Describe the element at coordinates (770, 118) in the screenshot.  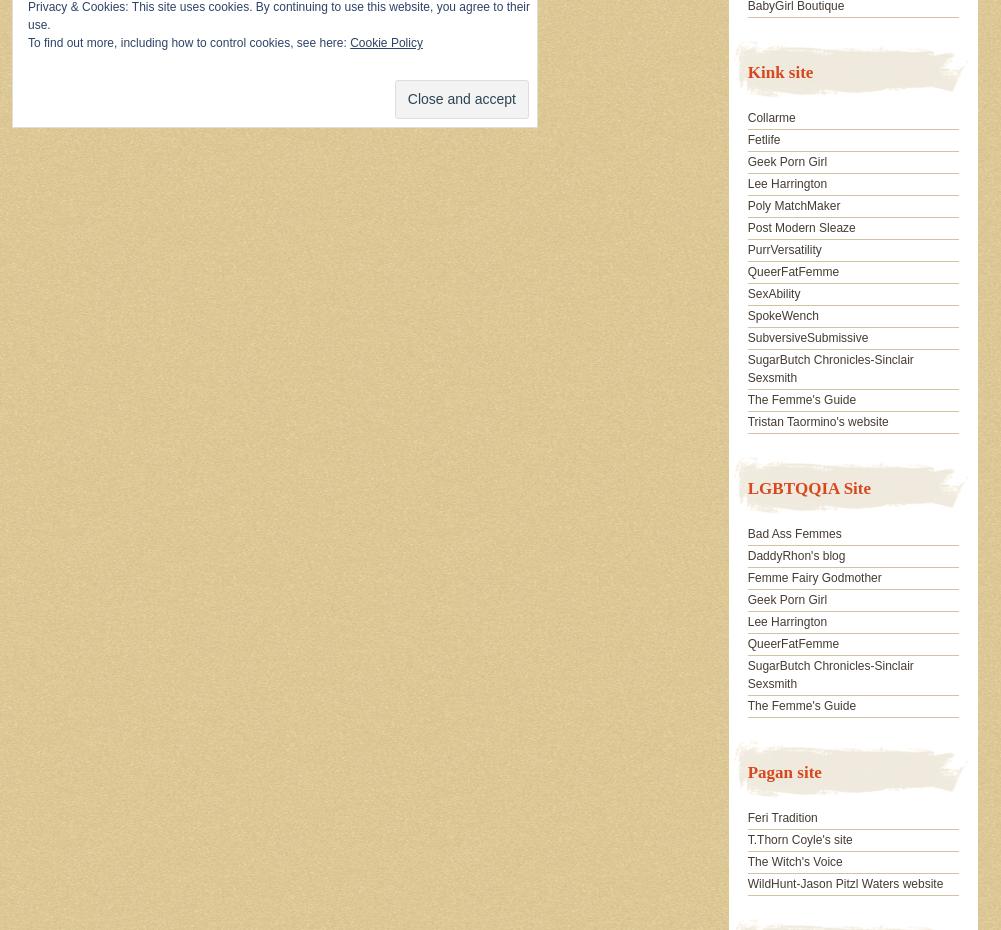
I see `'Collarme'` at that location.